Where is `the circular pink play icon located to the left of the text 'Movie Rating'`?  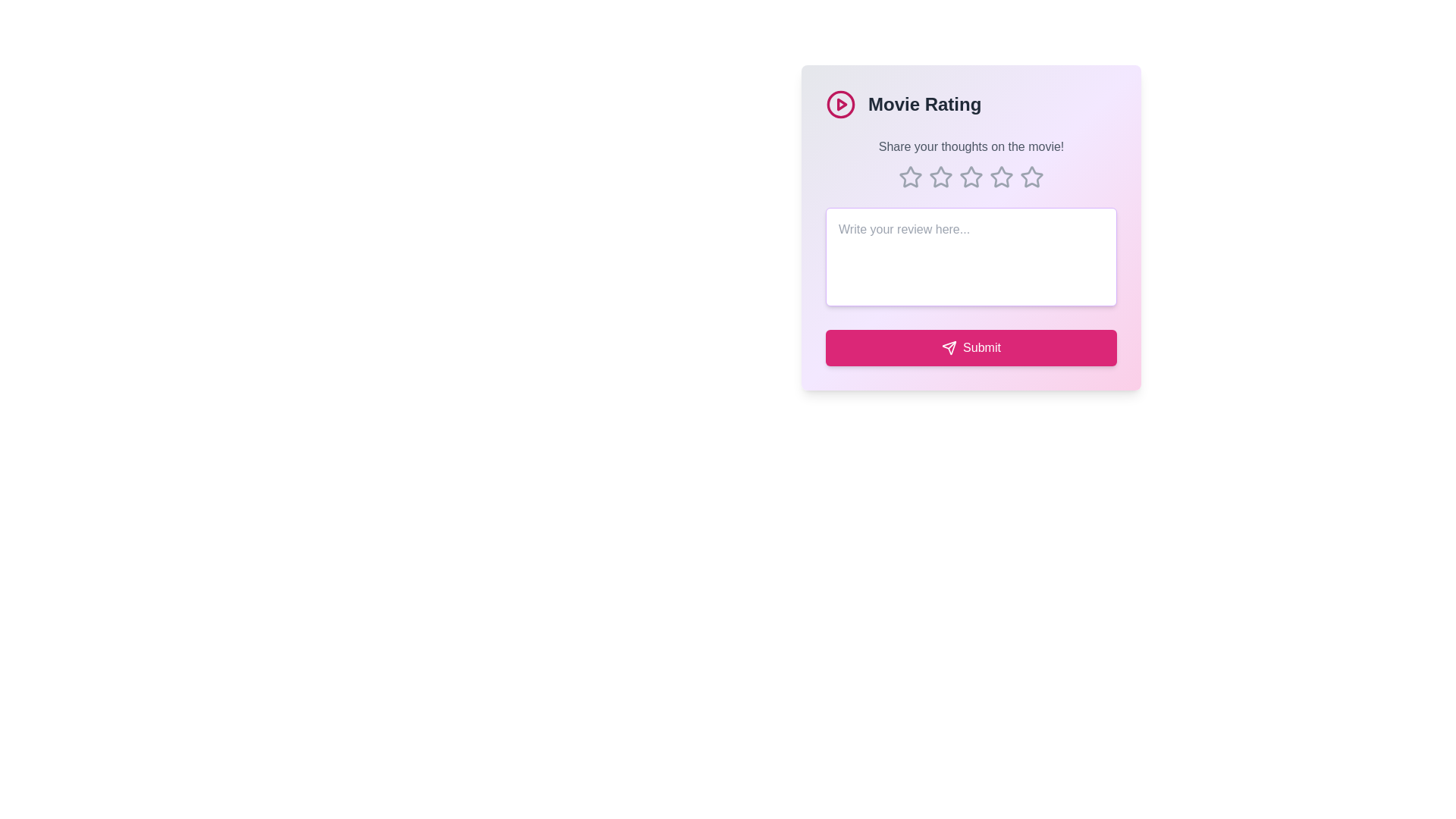 the circular pink play icon located to the left of the text 'Movie Rating' is located at coordinates (839, 104).